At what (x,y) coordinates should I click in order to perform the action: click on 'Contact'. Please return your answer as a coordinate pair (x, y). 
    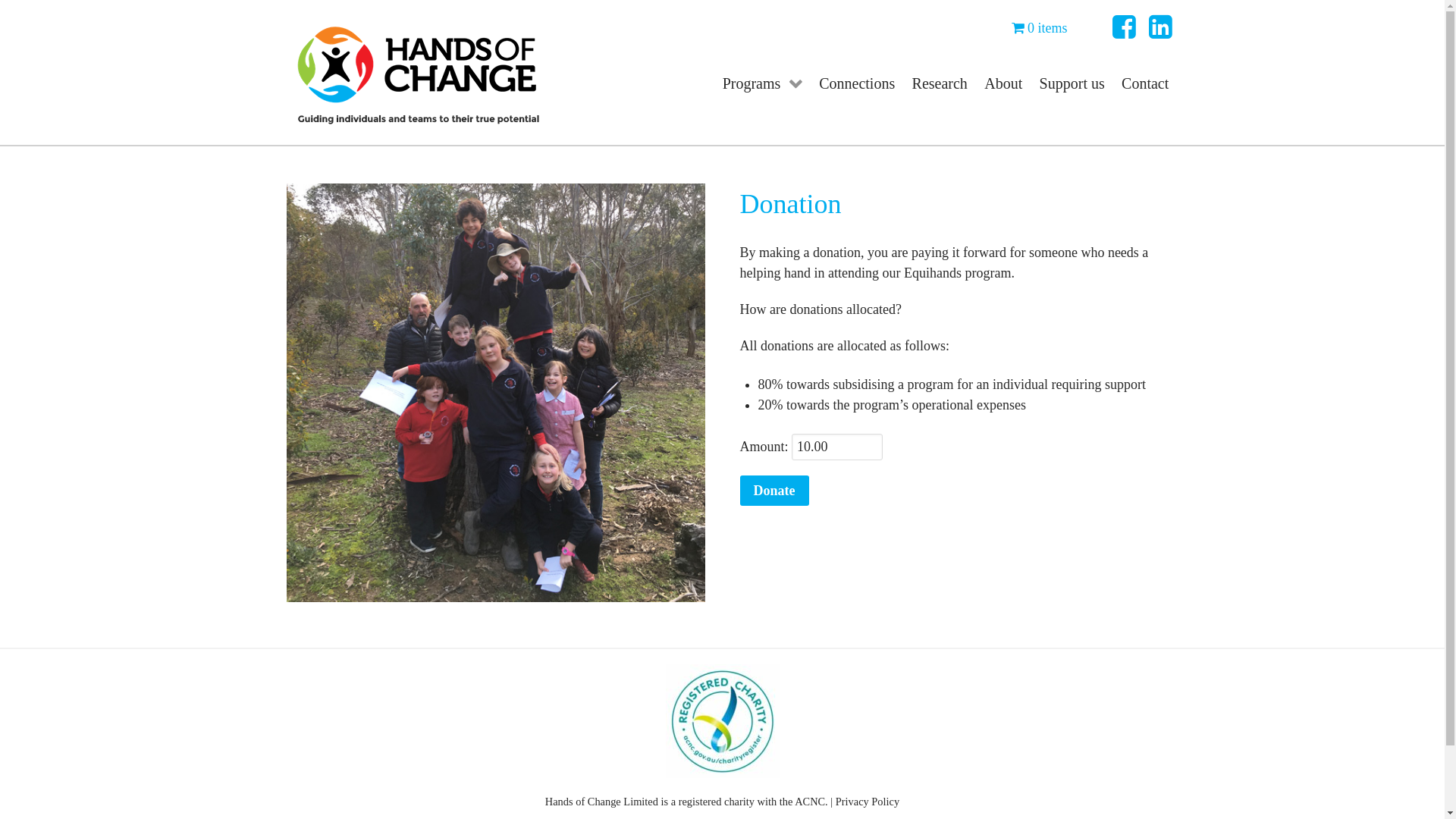
    Looking at the image, I should click on (1145, 82).